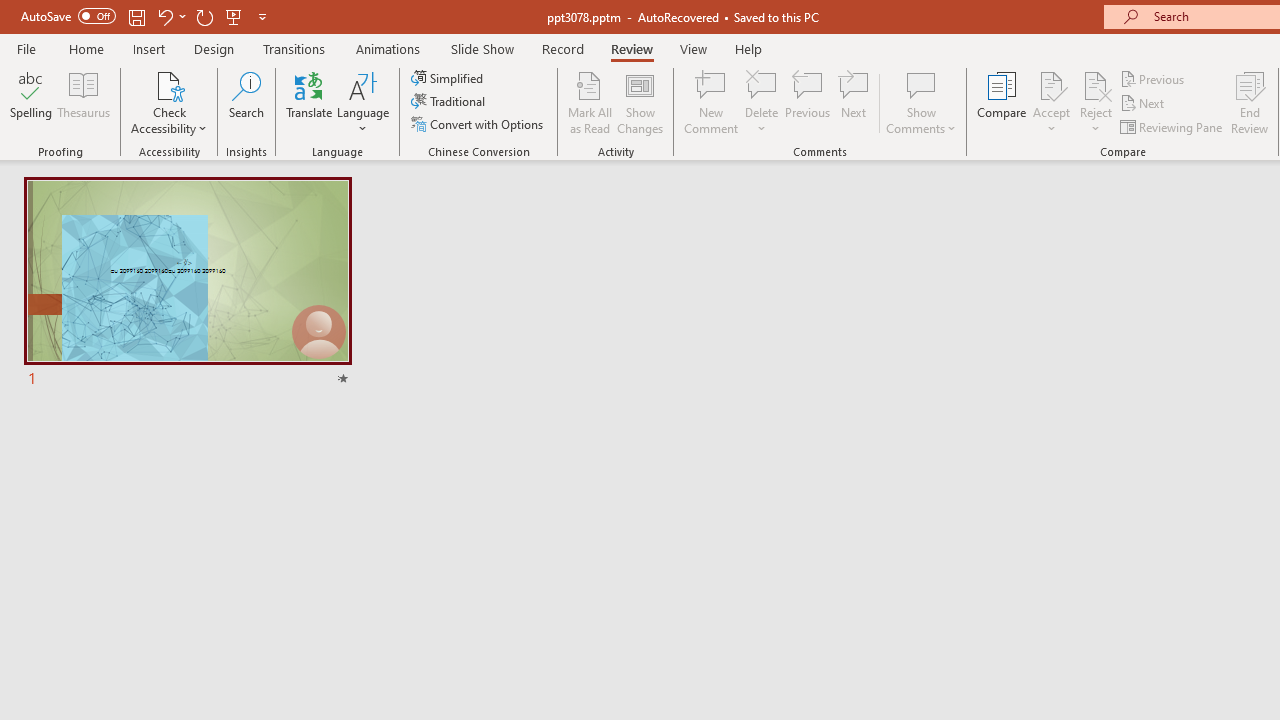 Image resolution: width=1280 pixels, height=720 pixels. I want to click on 'Delete', so click(761, 84).